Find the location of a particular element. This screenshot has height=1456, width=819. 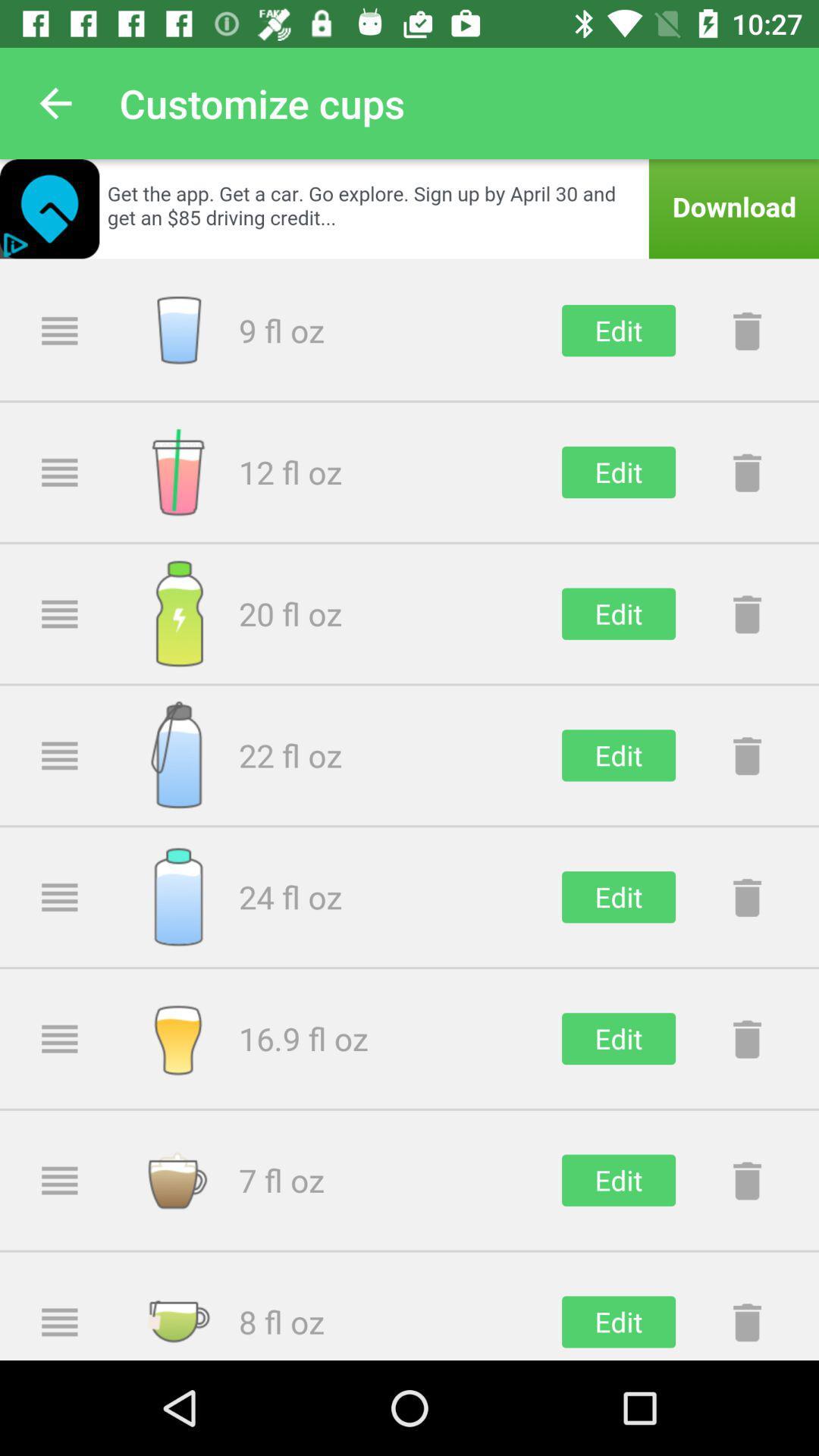

delete this row is located at coordinates (746, 897).